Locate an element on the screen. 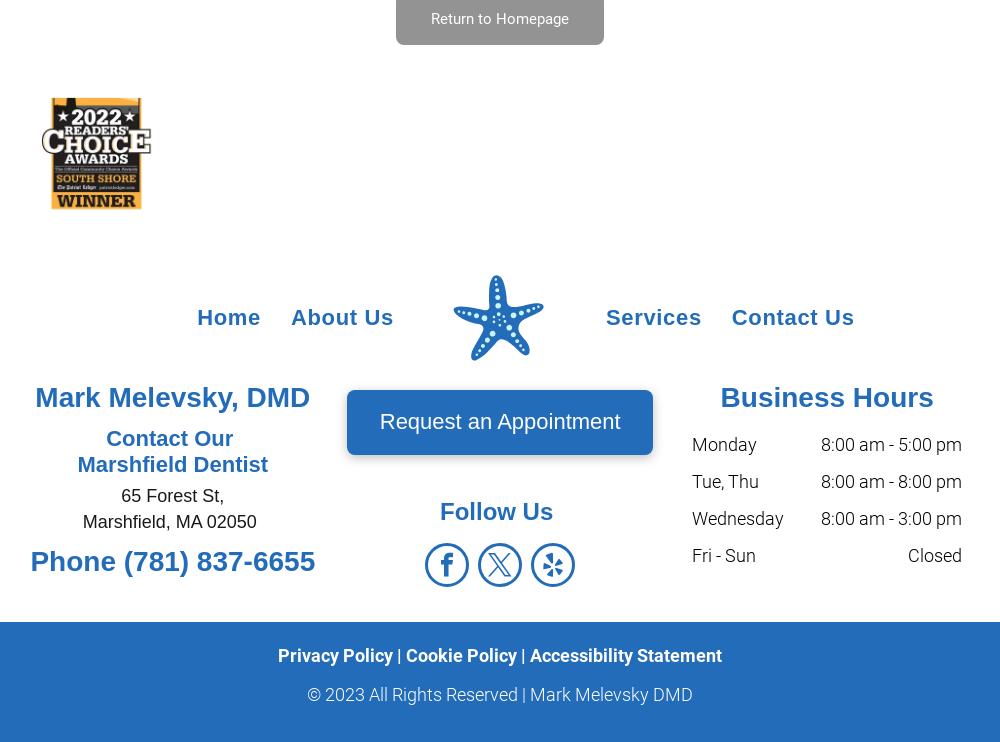 The height and width of the screenshot is (742, 1000). 'Closed' is located at coordinates (935, 553).